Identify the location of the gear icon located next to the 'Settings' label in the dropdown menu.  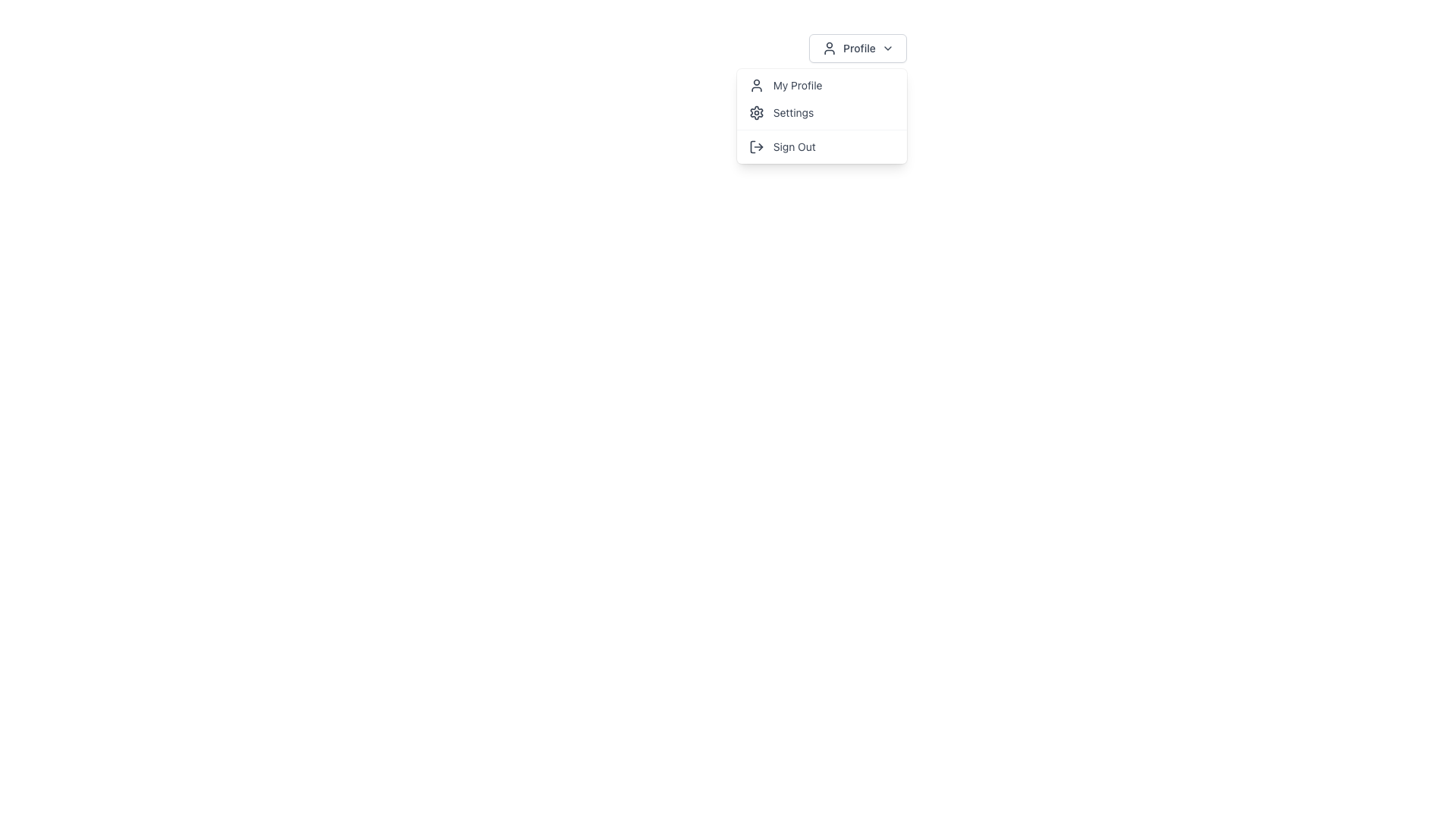
(756, 112).